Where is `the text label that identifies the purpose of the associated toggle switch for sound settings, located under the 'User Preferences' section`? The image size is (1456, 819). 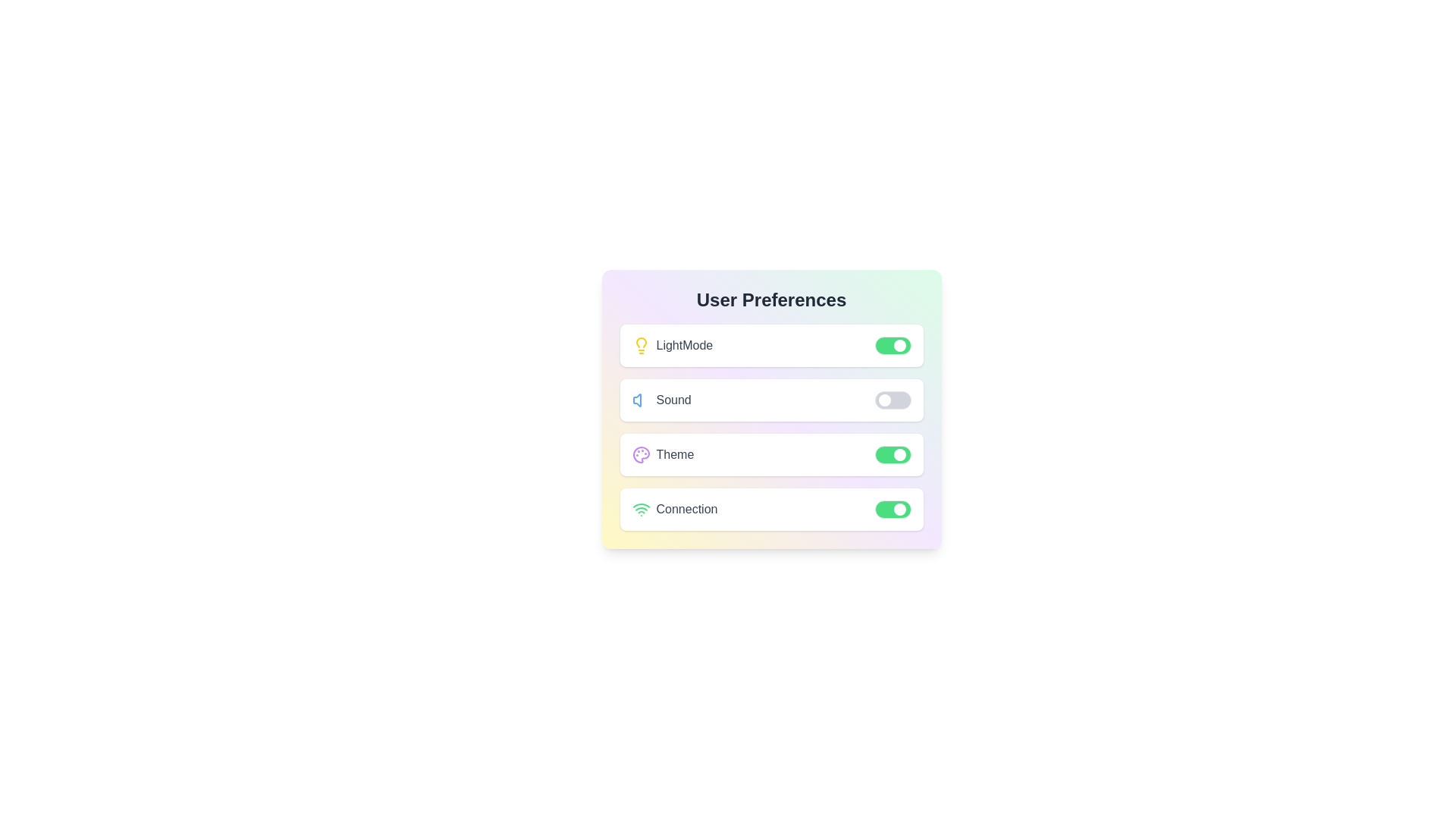 the text label that identifies the purpose of the associated toggle switch for sound settings, located under the 'User Preferences' section is located at coordinates (673, 400).